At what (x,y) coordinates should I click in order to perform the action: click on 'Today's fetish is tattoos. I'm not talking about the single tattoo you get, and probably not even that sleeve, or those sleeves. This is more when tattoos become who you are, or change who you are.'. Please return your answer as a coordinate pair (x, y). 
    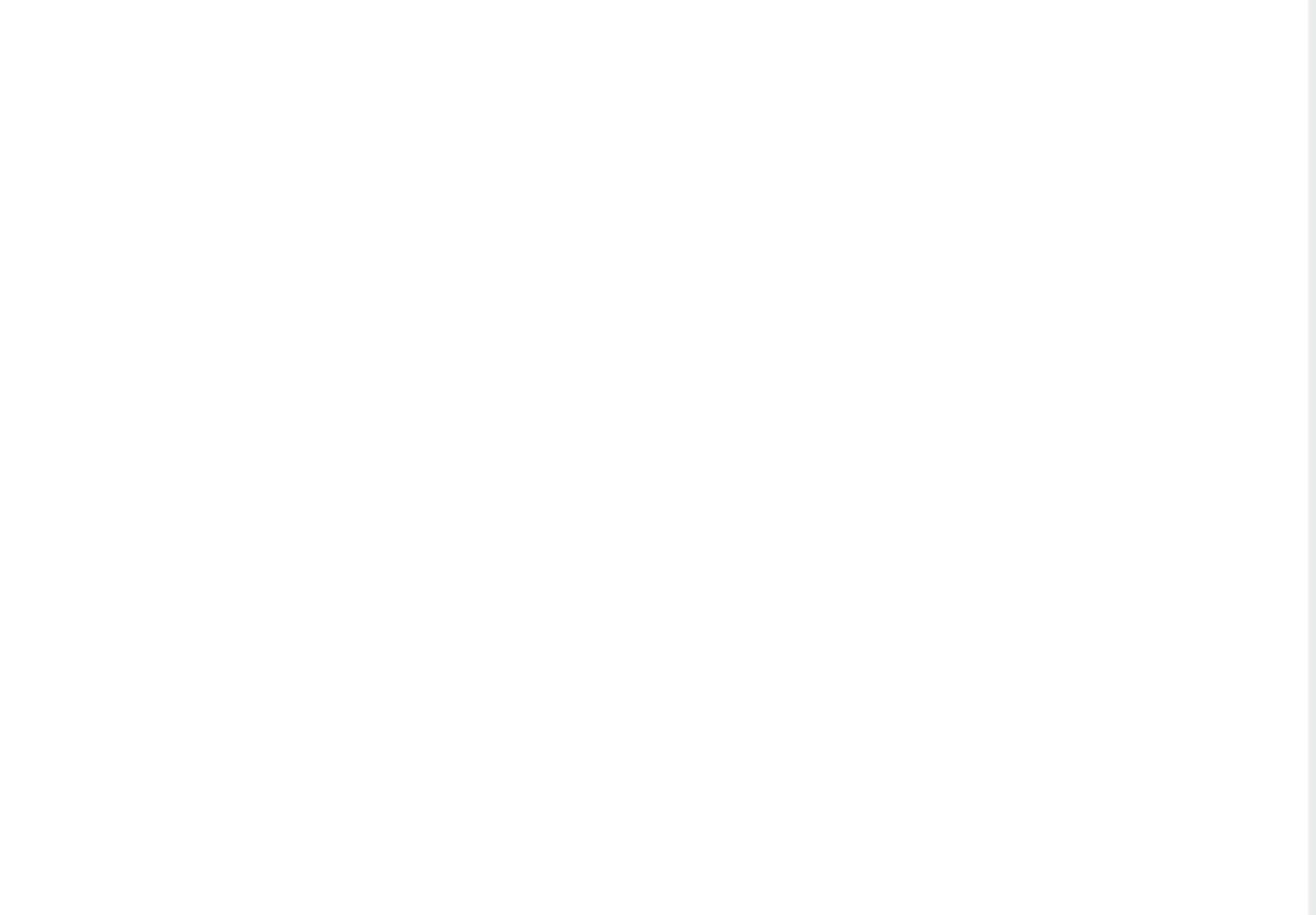
    Looking at the image, I should click on (166, 552).